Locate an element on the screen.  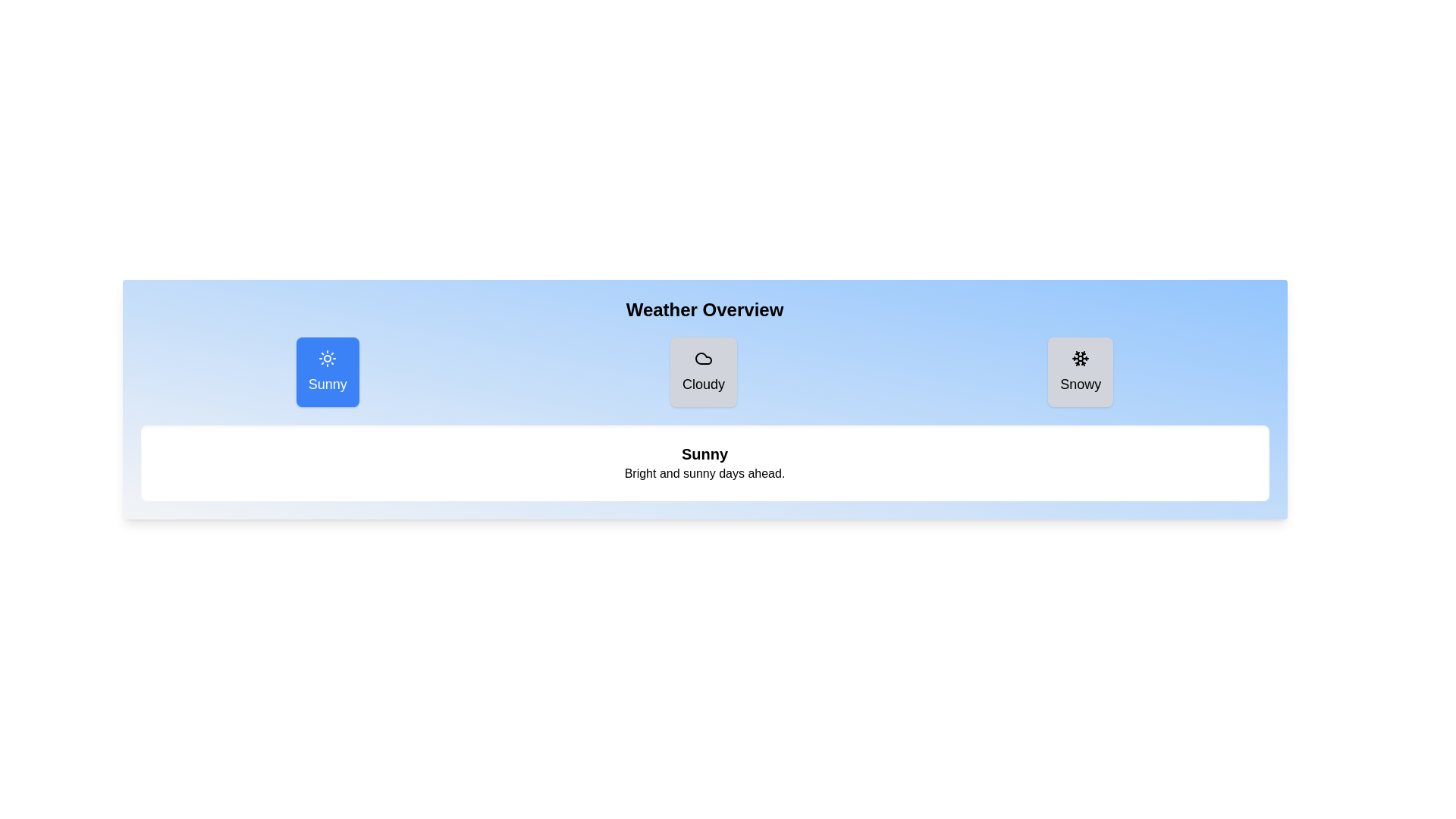
the Cloudy weather tab to view its details is located at coordinates (702, 372).